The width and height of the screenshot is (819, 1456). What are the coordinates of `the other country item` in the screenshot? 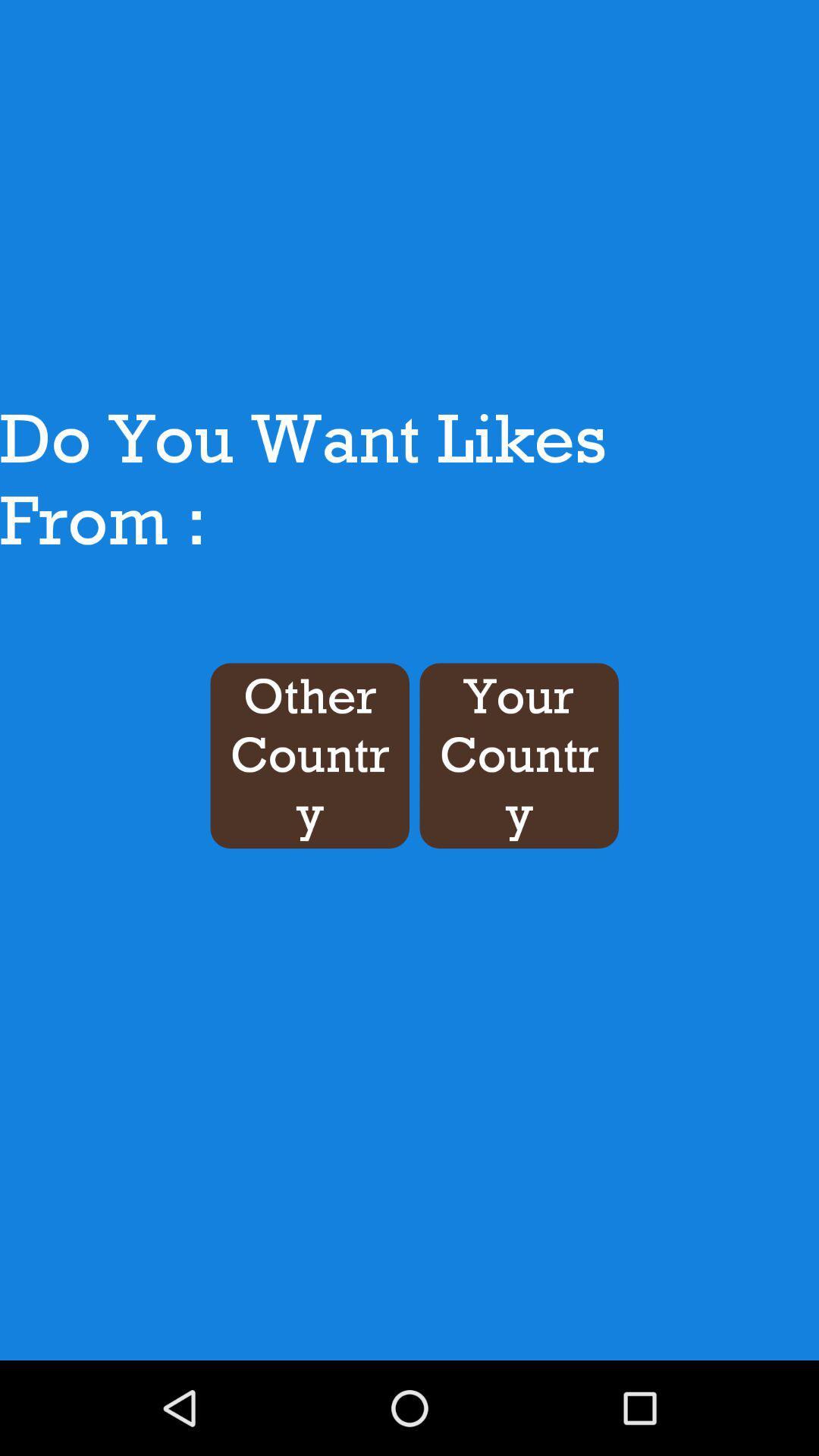 It's located at (309, 755).